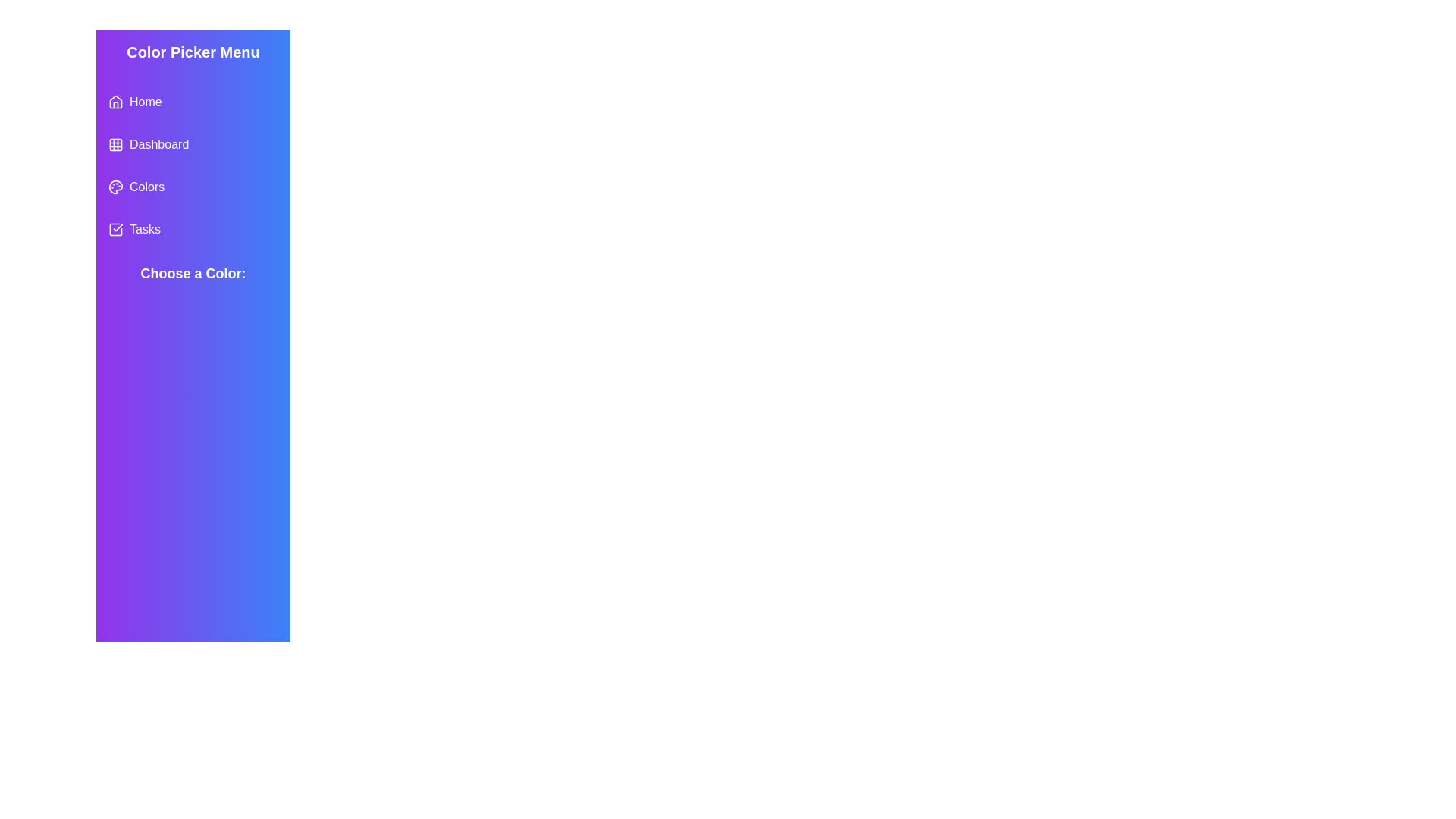  I want to click on the first icon in the sidebar menu, which serves as a home button, so click(115, 102).